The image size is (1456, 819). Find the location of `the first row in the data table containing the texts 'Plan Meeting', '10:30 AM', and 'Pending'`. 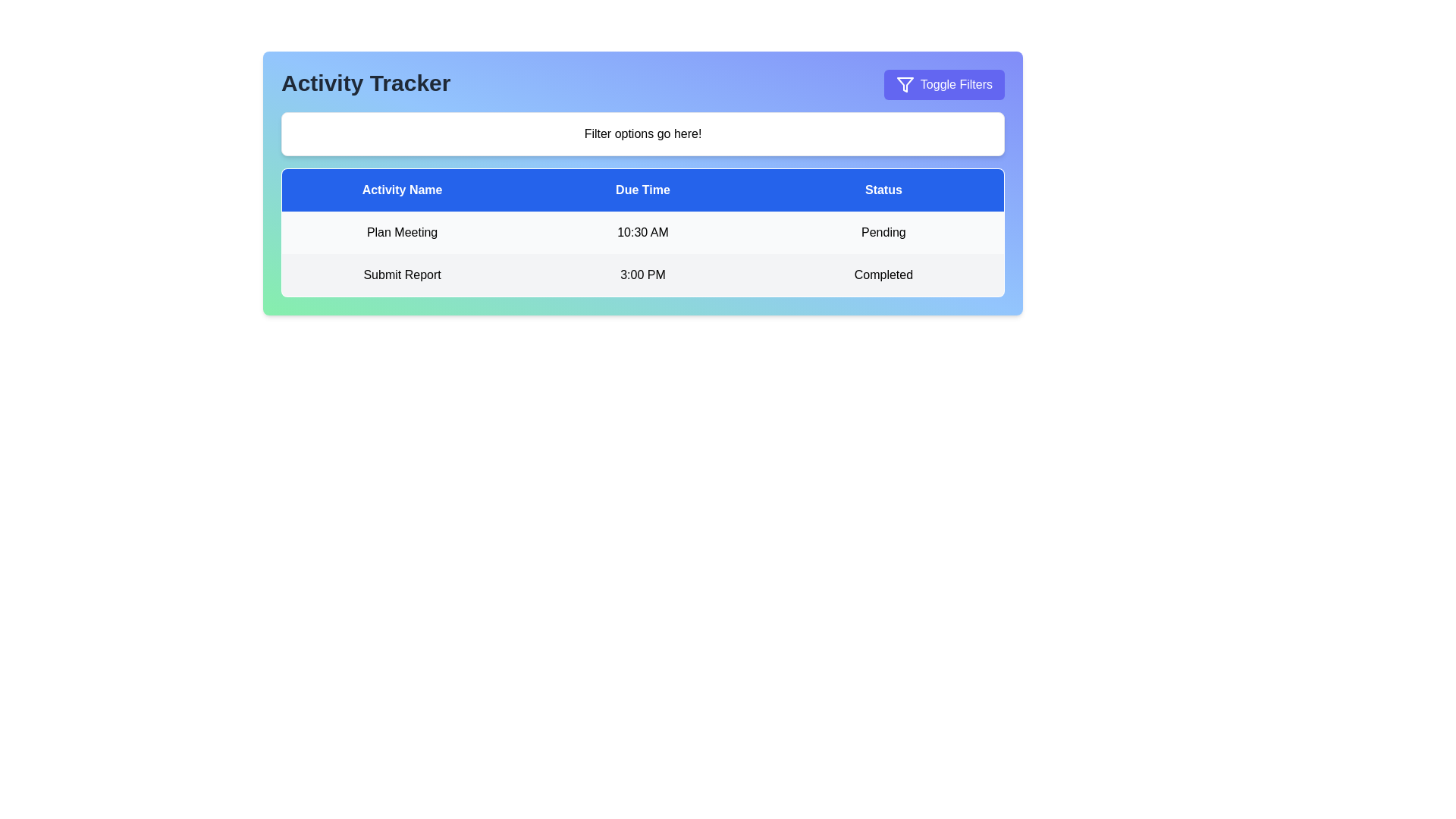

the first row in the data table containing the texts 'Plan Meeting', '10:30 AM', and 'Pending' is located at coordinates (643, 233).